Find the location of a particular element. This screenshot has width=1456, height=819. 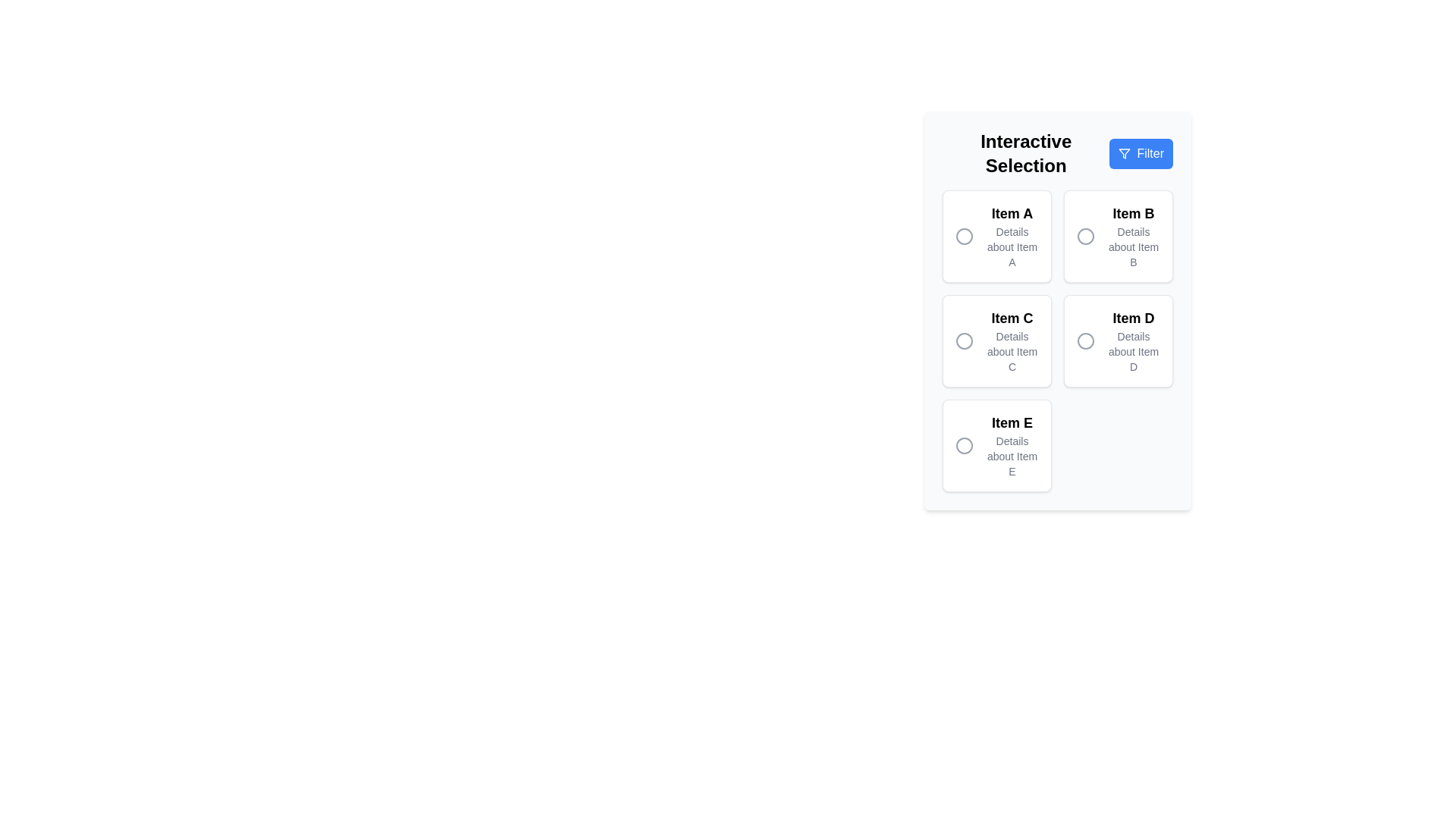

the Radio Button Indicator for 'Item B', which is the second selectable option in the grid layout, located in the second cell of the first row is located at coordinates (1084, 237).